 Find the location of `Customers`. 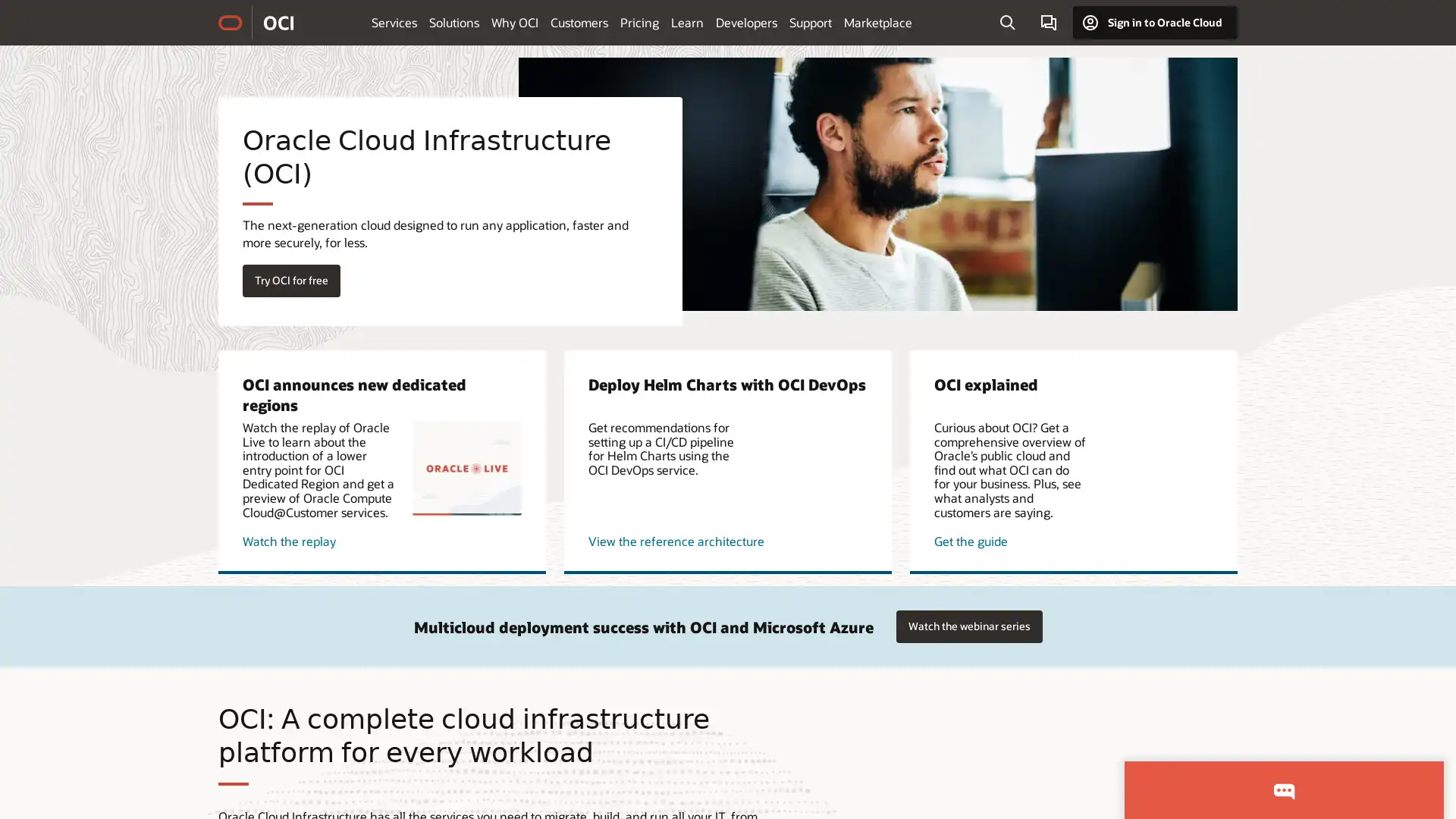

Customers is located at coordinates (578, 22).